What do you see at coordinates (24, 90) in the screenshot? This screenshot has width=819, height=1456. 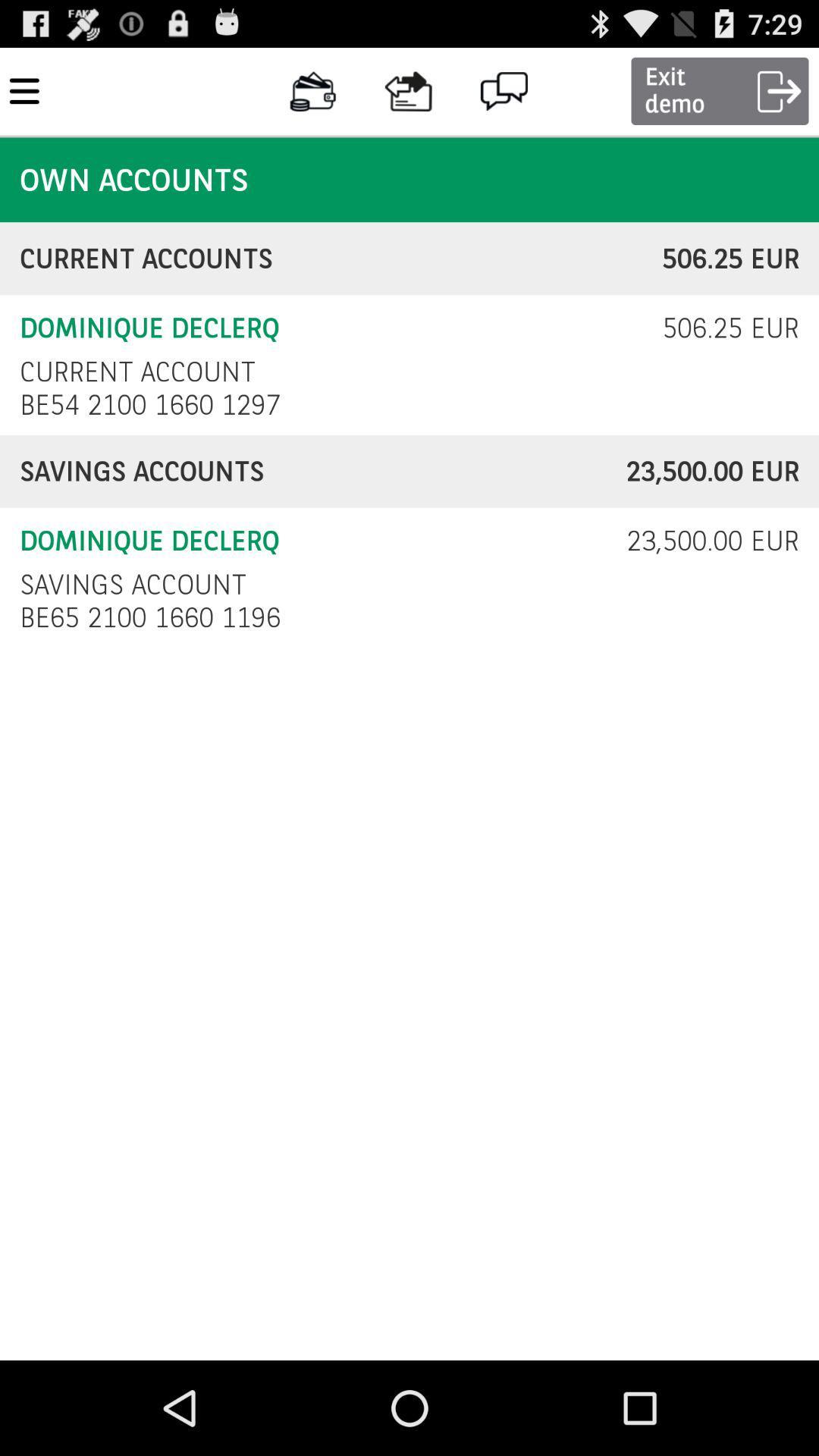 I see `the menu icon shown at the top left corner` at bounding box center [24, 90].